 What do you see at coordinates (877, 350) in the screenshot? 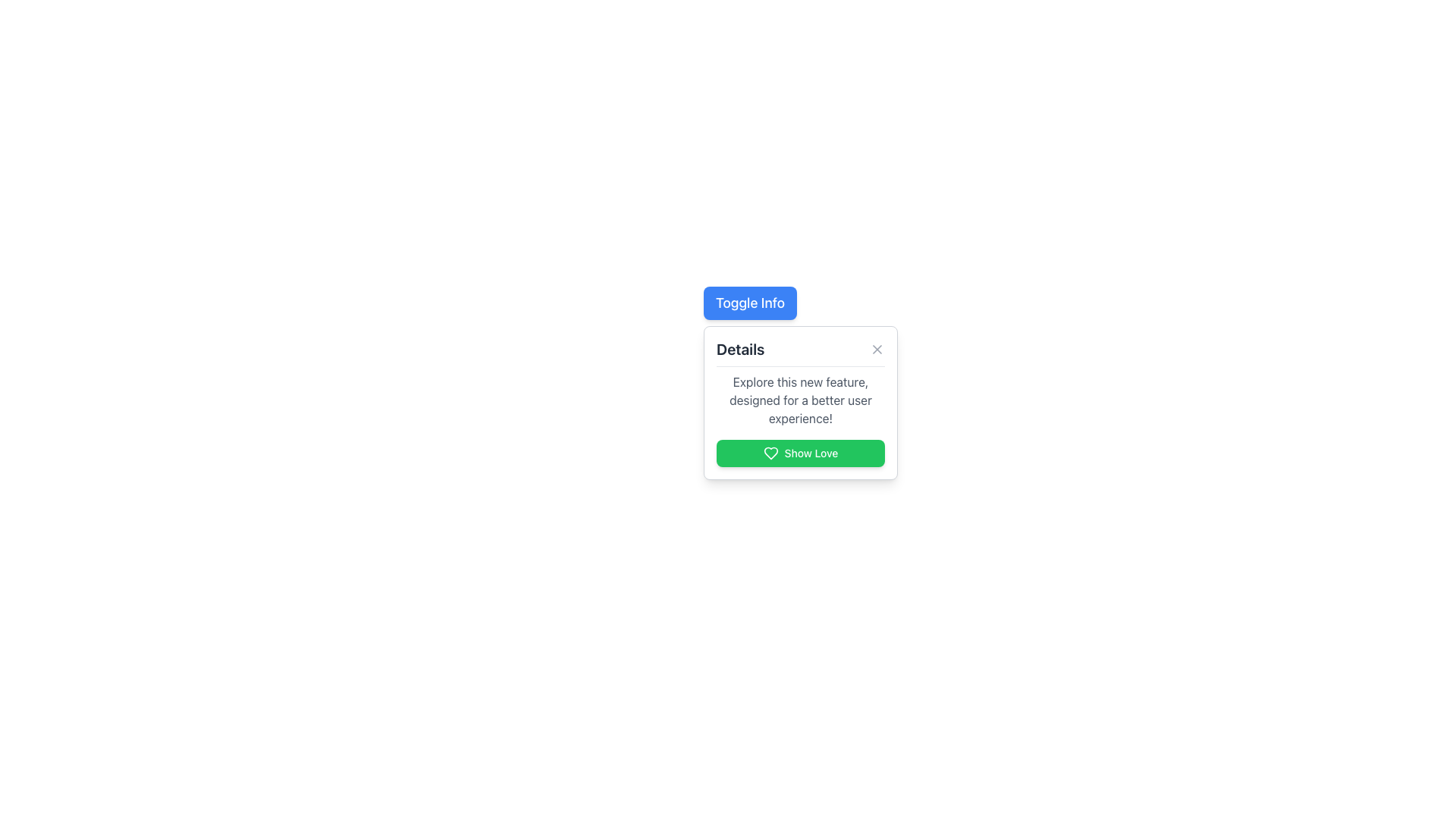
I see `the small square button with an 'X' icon located at the top-right corner of the 'Details' section to trigger the hover styling changes` at bounding box center [877, 350].